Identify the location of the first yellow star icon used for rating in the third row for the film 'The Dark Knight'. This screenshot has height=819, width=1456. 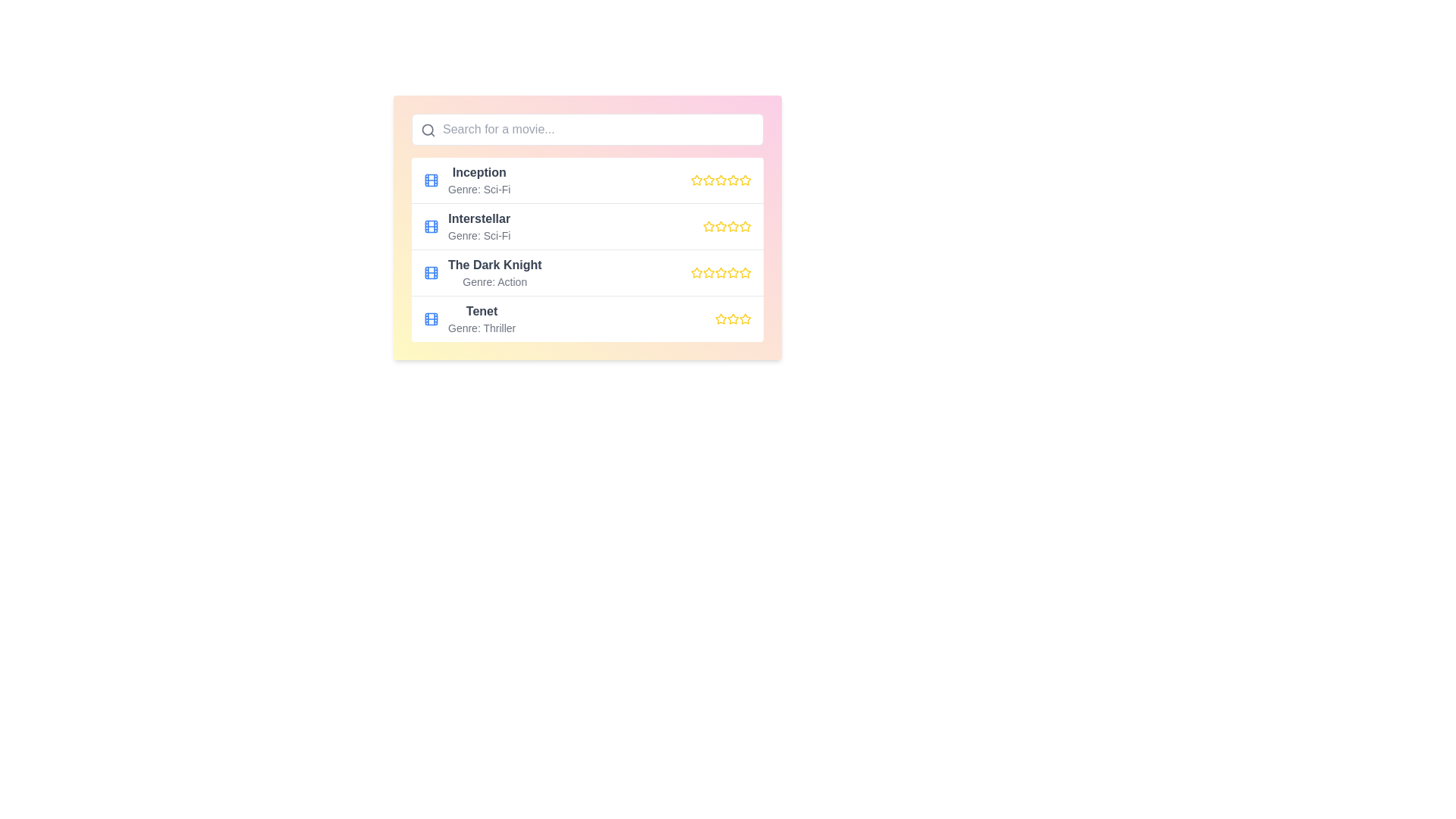
(695, 271).